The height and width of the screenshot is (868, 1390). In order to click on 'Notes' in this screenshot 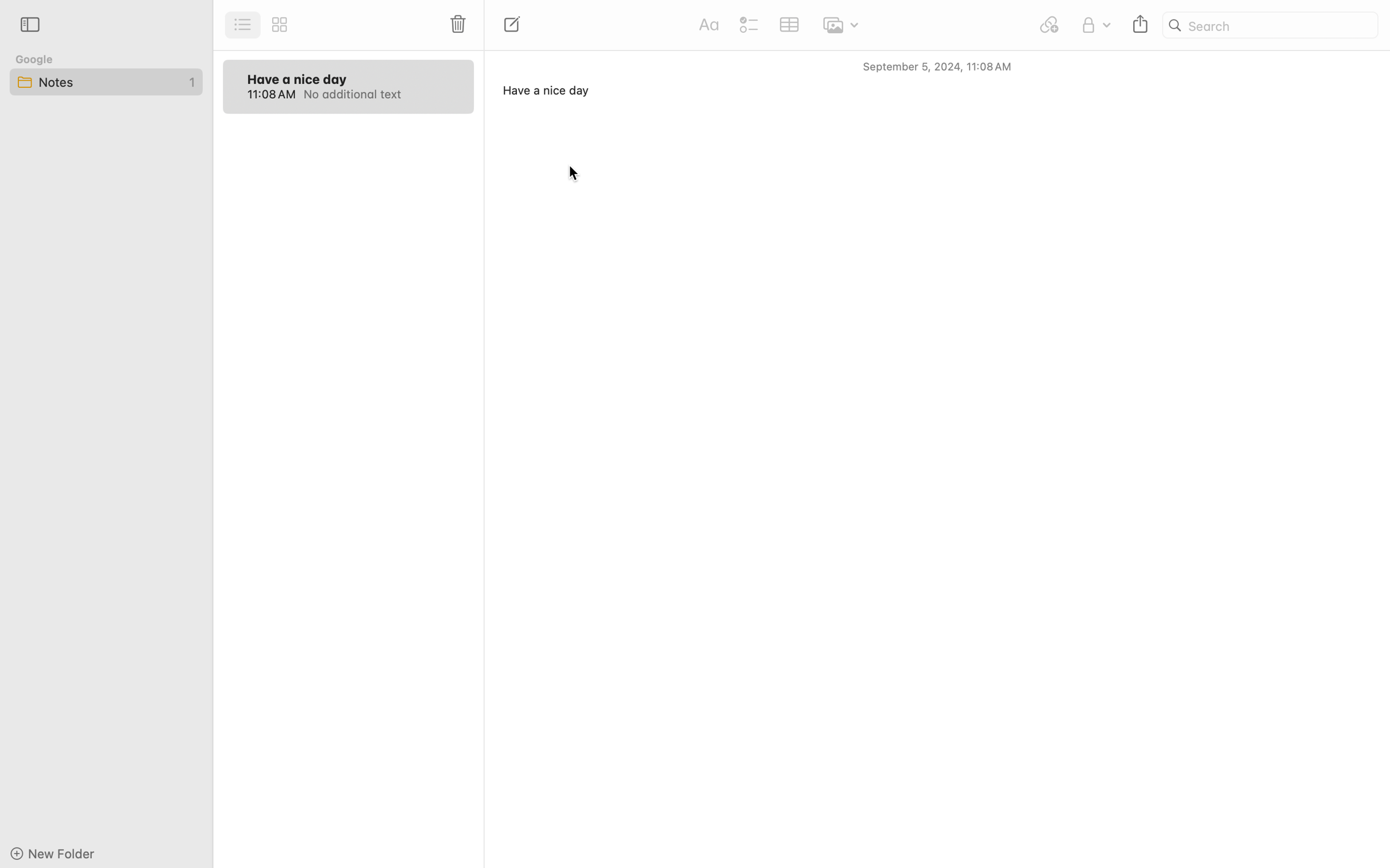, I will do `click(105, 81)`.